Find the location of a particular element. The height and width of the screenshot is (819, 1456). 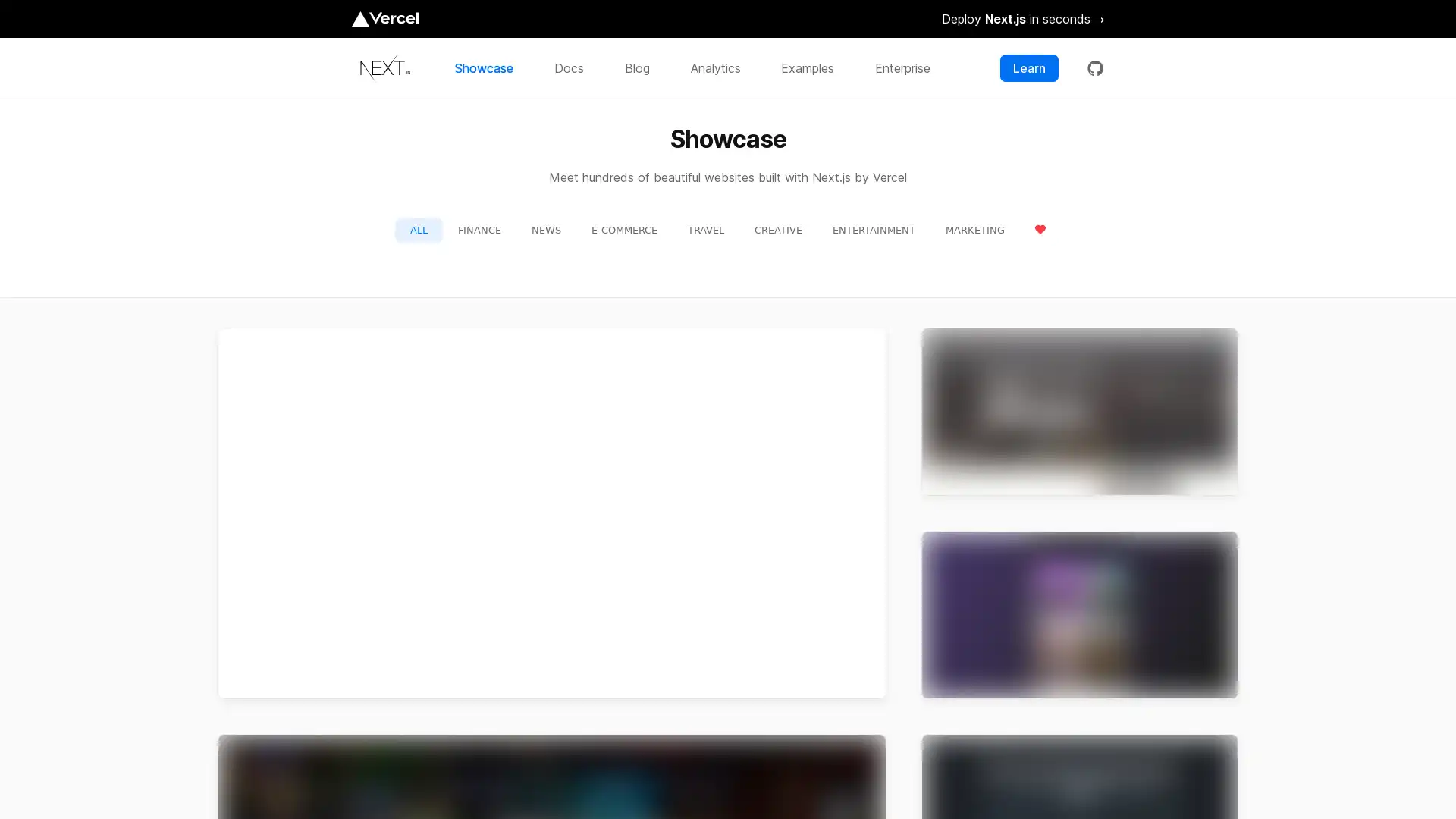

preview for TikTok TikTok https://m.tiktok.com is located at coordinates (551, 512).